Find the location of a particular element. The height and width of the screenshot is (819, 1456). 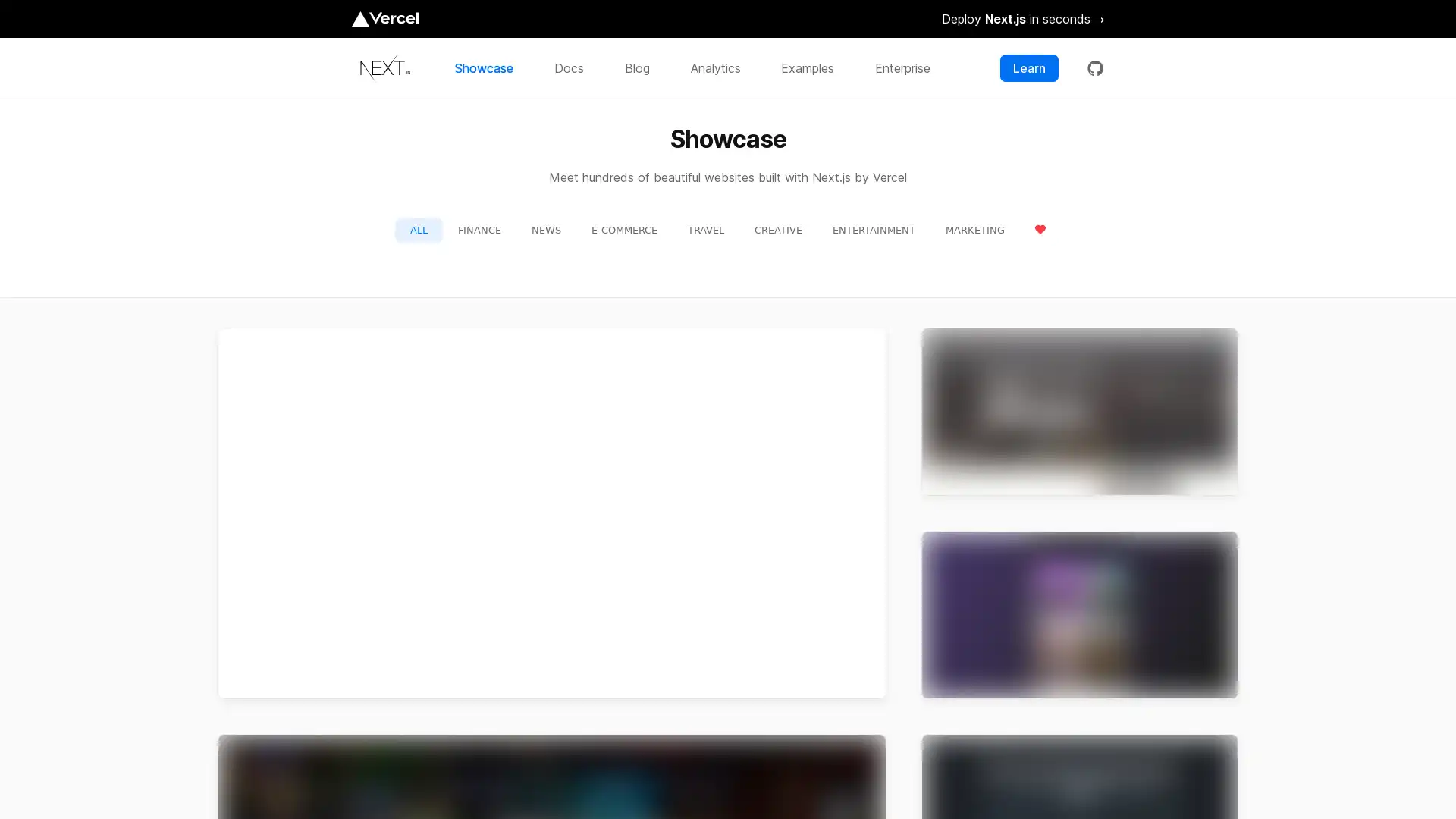

preview for TikTok TikTok https://m.tiktok.com is located at coordinates (551, 512).